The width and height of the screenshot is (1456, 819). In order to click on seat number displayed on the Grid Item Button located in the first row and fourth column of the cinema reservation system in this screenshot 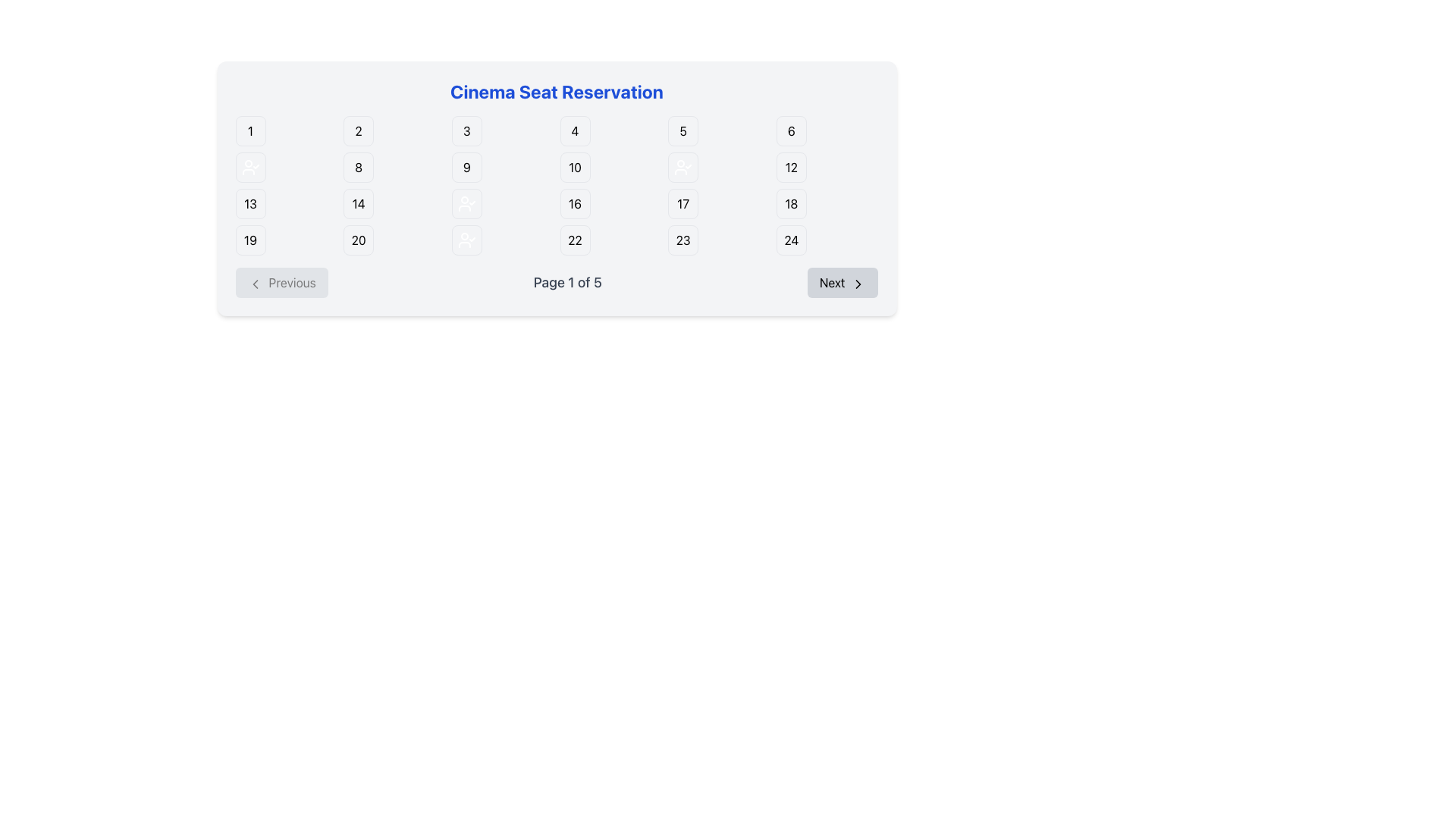, I will do `click(574, 130)`.